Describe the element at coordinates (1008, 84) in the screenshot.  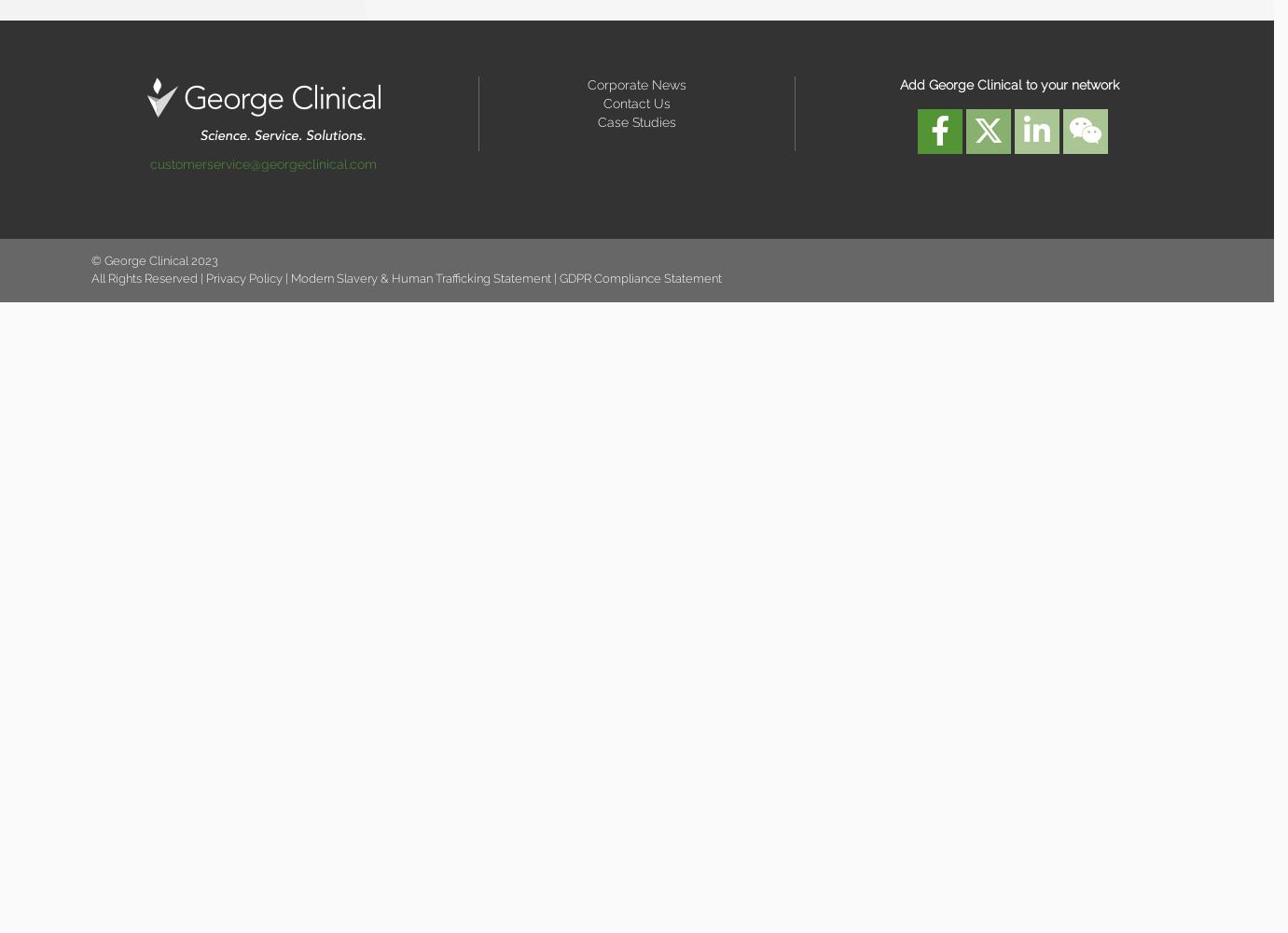
I see `'Add George Clinical to your network'` at that location.